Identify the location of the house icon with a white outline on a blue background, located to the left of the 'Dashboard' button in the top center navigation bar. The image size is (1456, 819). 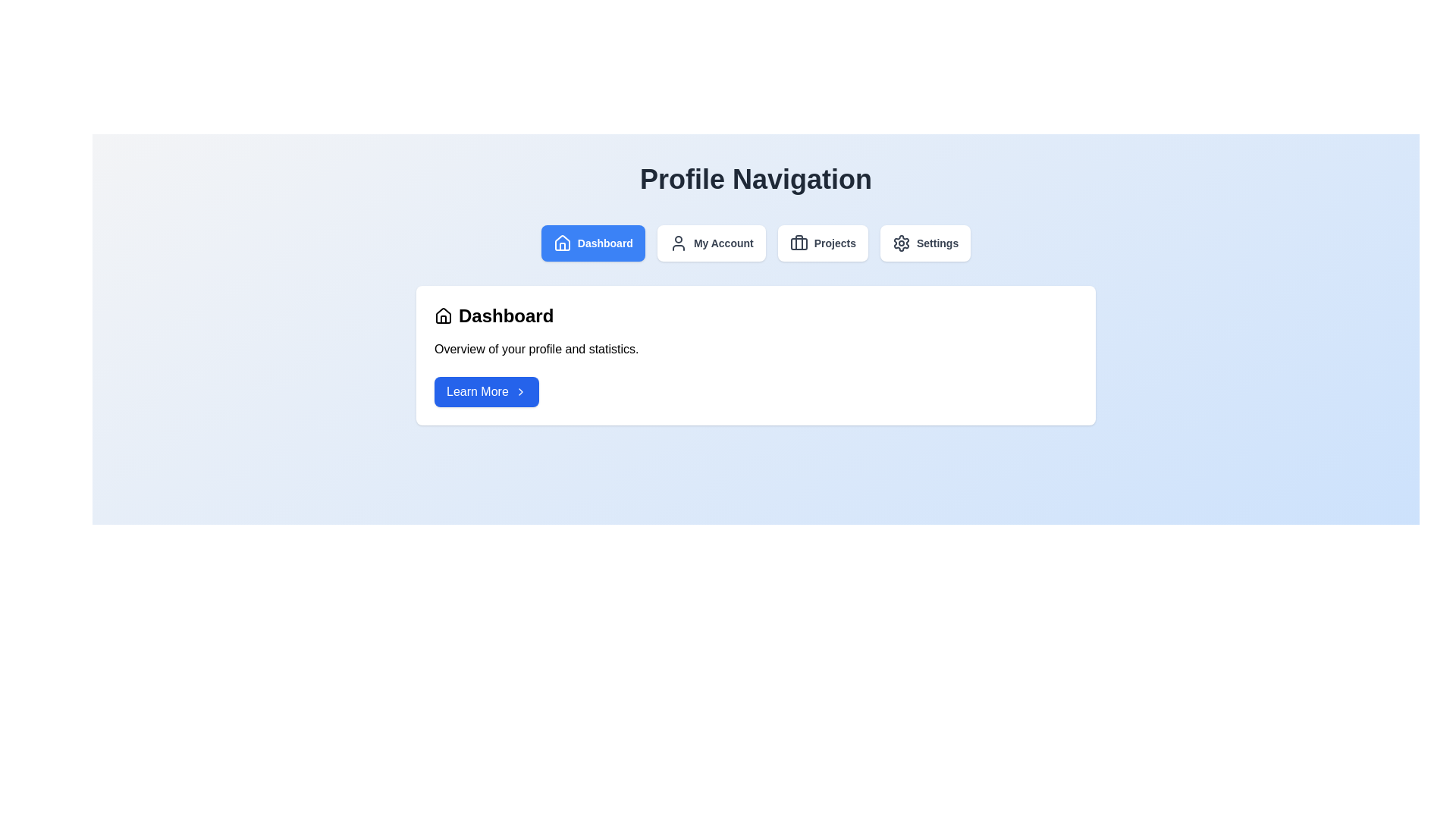
(561, 242).